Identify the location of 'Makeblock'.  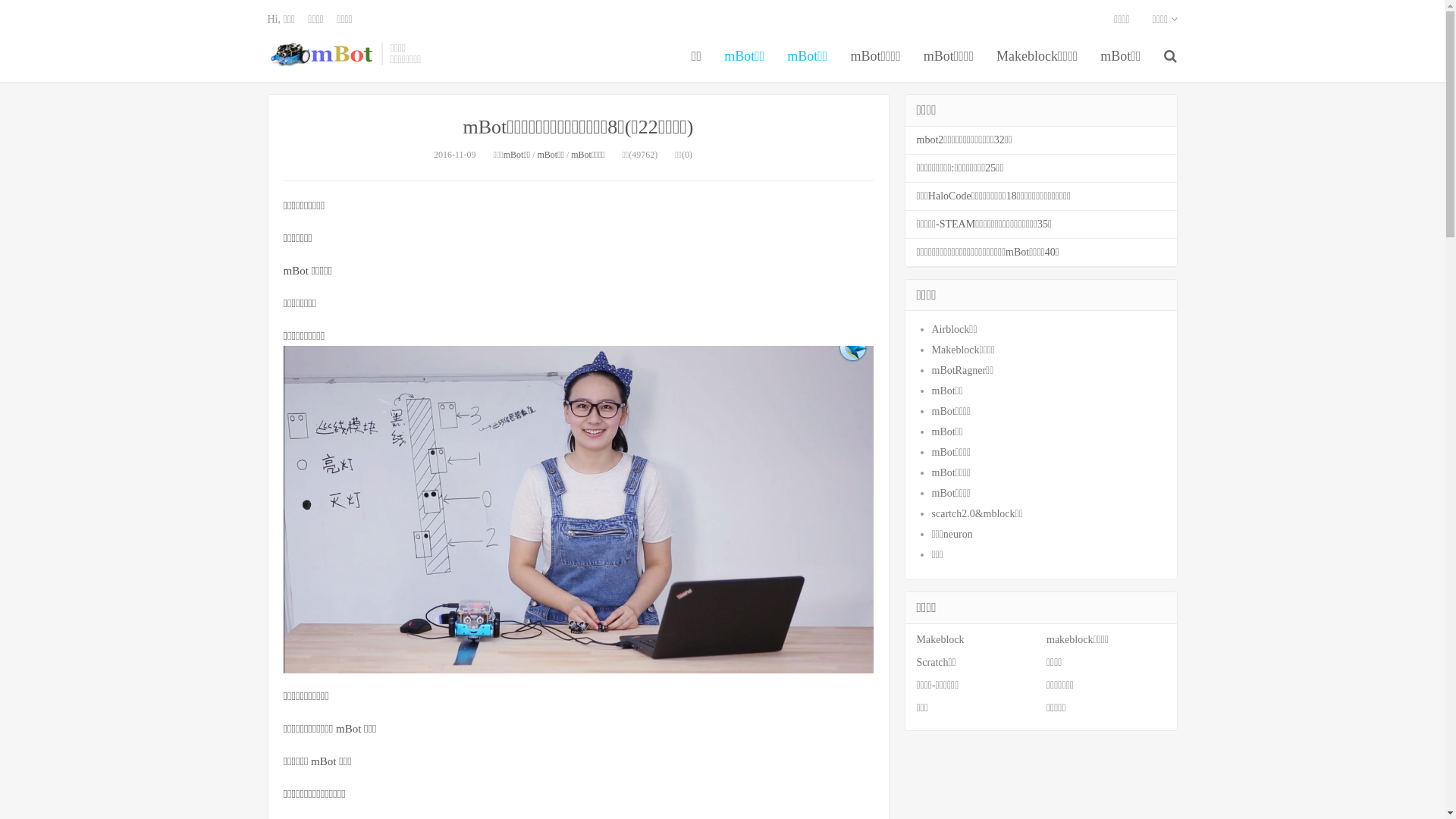
(939, 639).